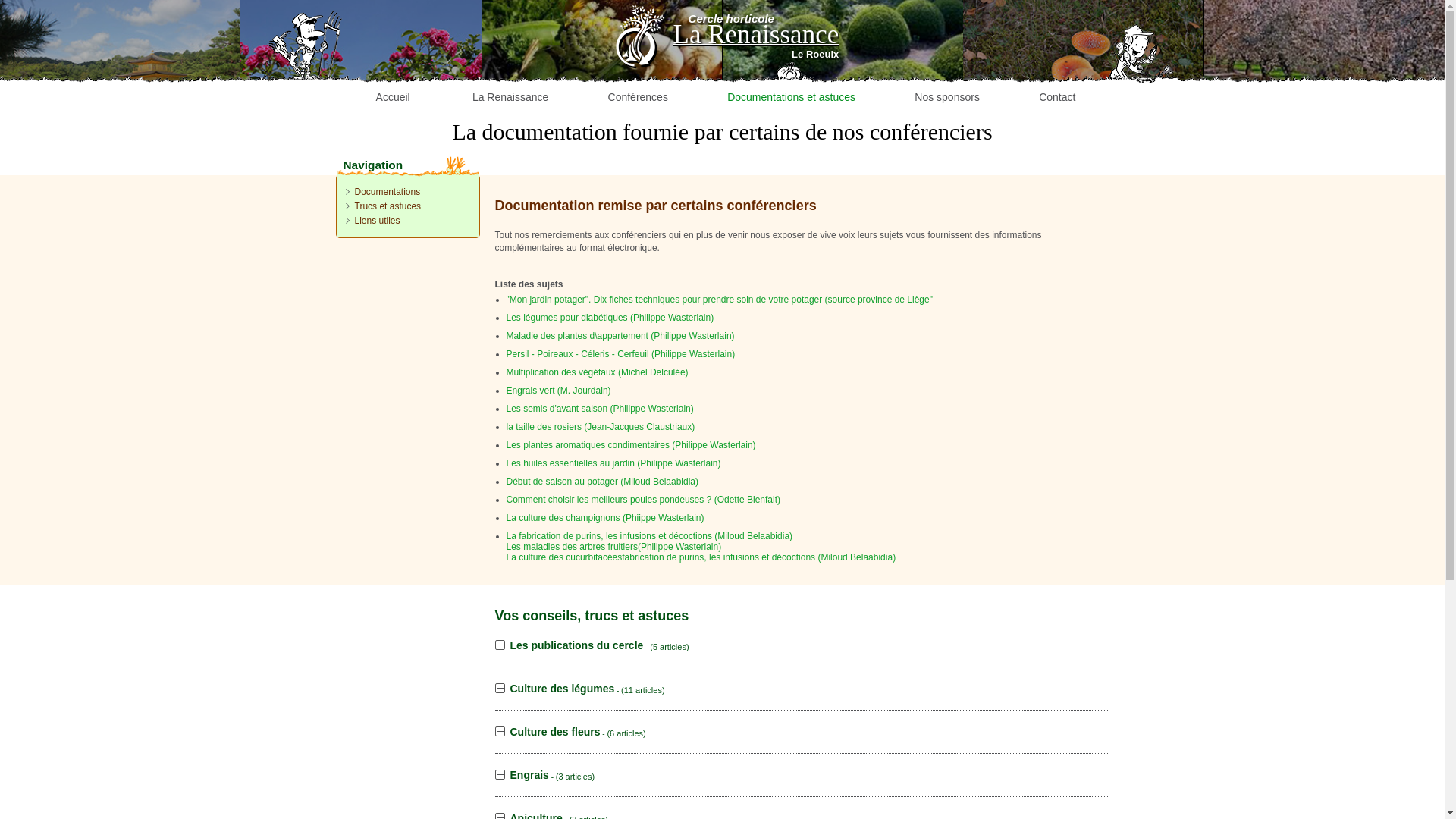 The image size is (1456, 819). What do you see at coordinates (619, 462) in the screenshot?
I see `'Les huiles essentielles au jardin (Philippe Wasterlain)'` at bounding box center [619, 462].